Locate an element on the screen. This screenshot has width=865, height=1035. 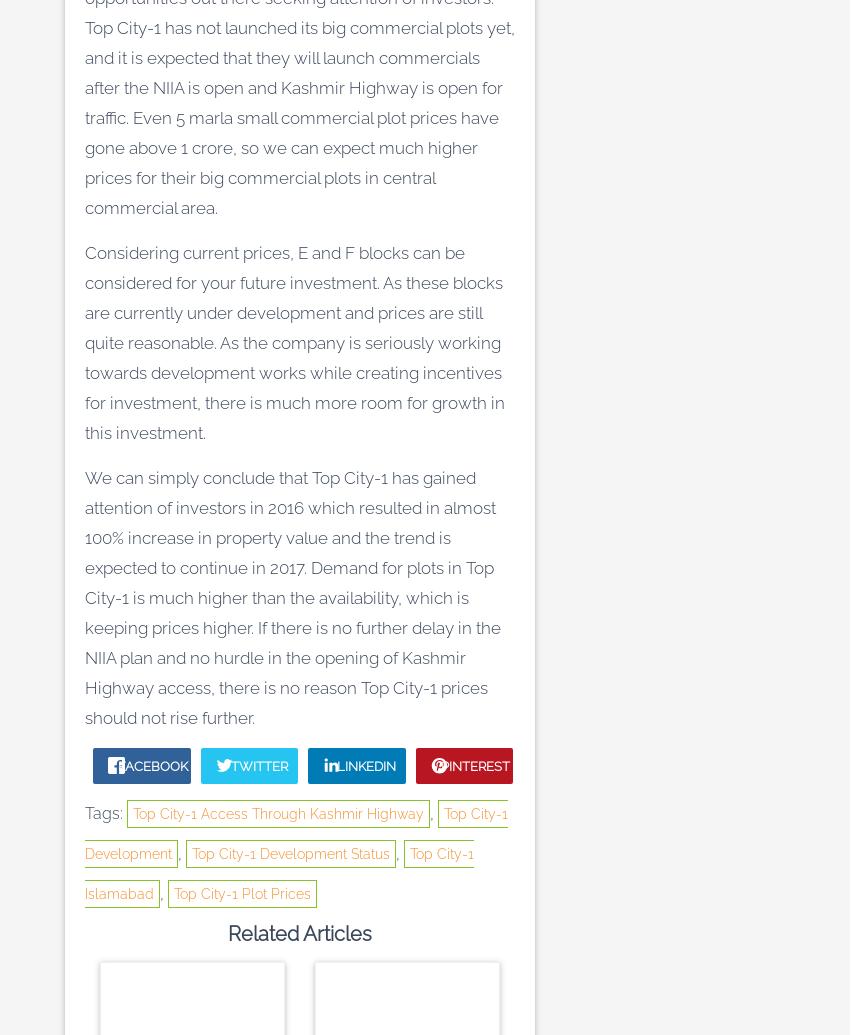
'pinterest' is located at coordinates (473, 765).